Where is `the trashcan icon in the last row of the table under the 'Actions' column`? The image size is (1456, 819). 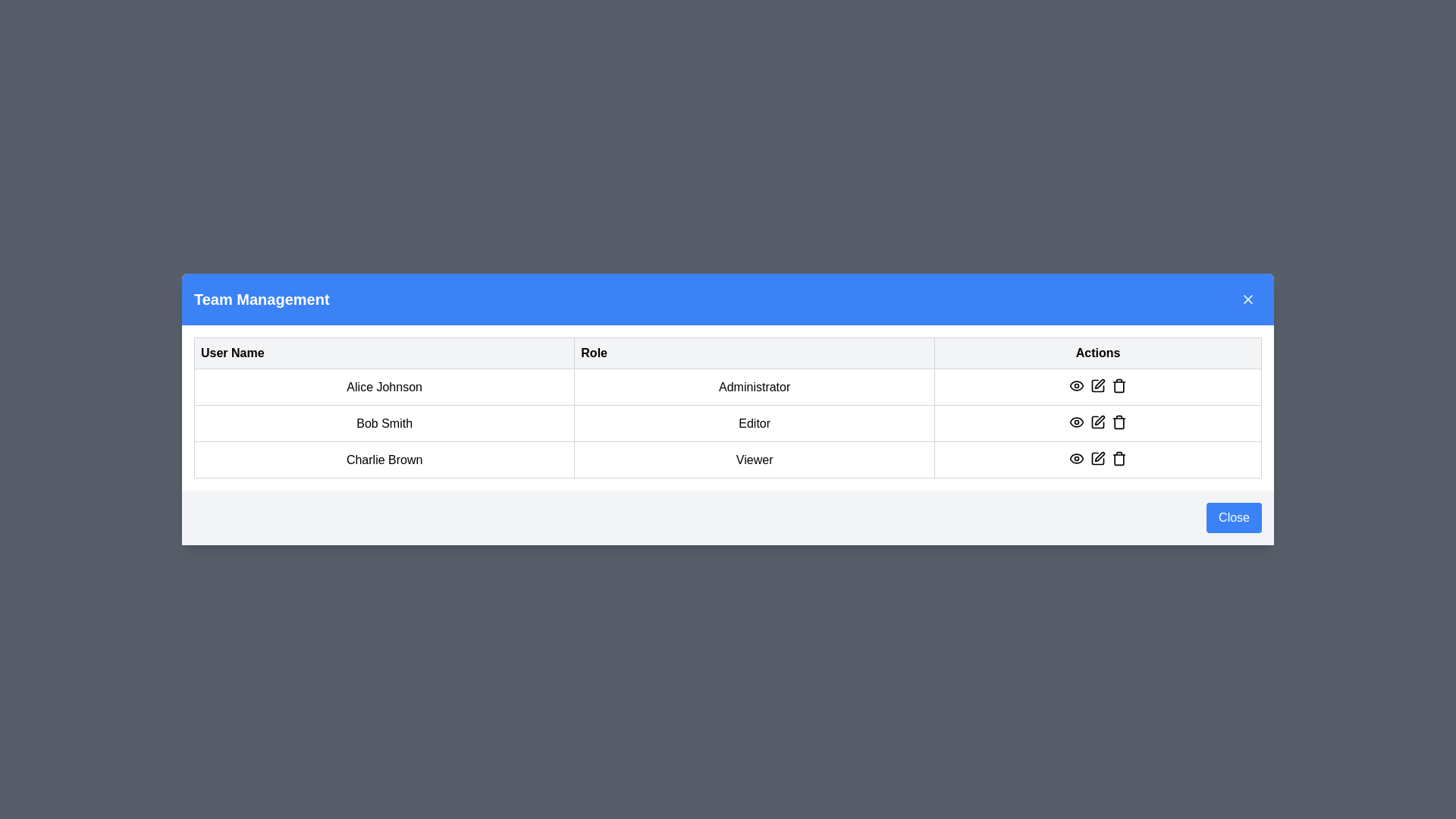 the trashcan icon in the last row of the table under the 'Actions' column is located at coordinates (1119, 458).